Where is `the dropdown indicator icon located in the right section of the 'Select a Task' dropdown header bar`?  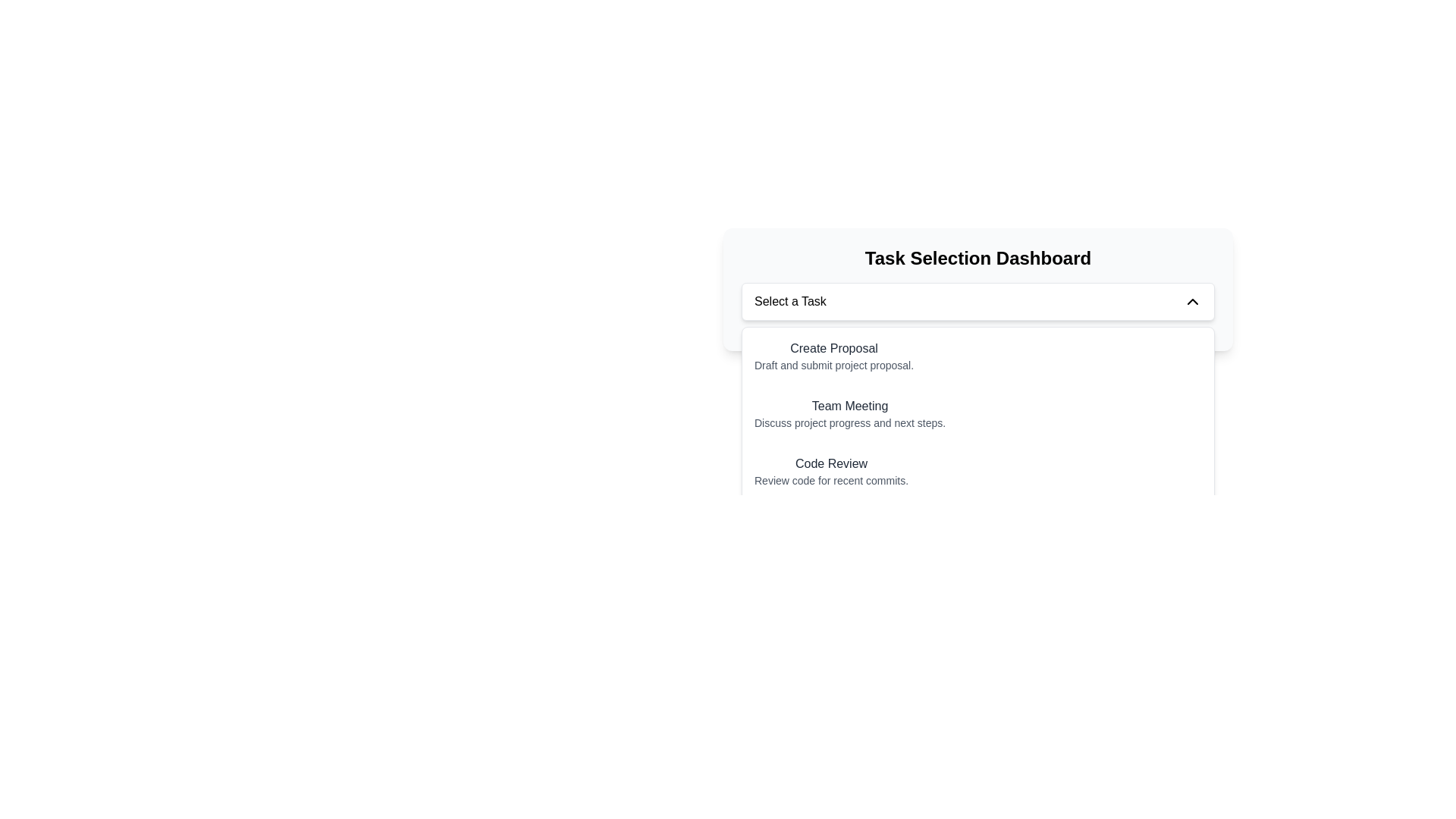
the dropdown indicator icon located in the right section of the 'Select a Task' dropdown header bar is located at coordinates (1192, 301).